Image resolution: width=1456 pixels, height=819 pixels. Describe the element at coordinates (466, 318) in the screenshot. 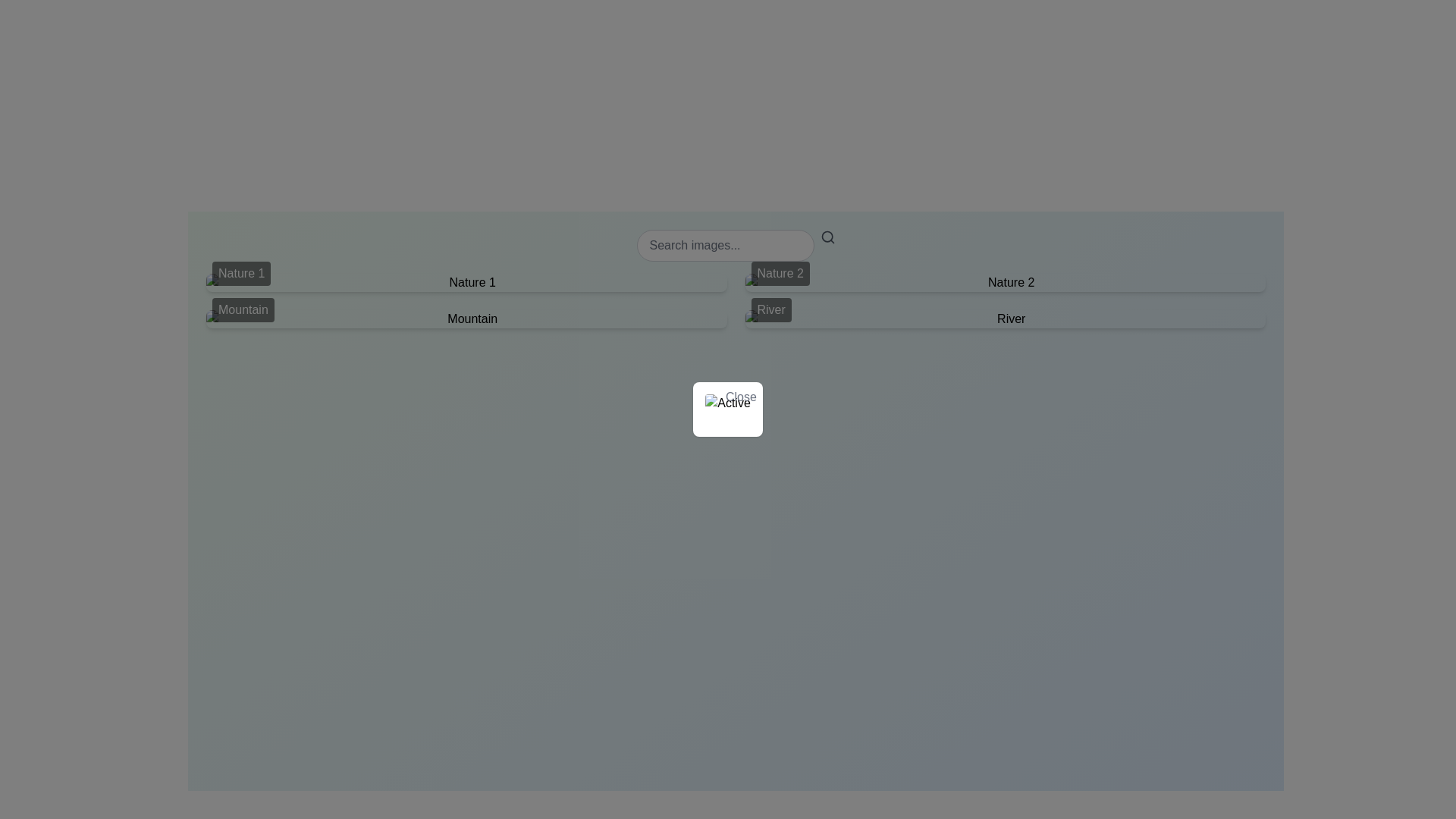

I see `the option labeled 'Mountain' in the selection grid` at that location.